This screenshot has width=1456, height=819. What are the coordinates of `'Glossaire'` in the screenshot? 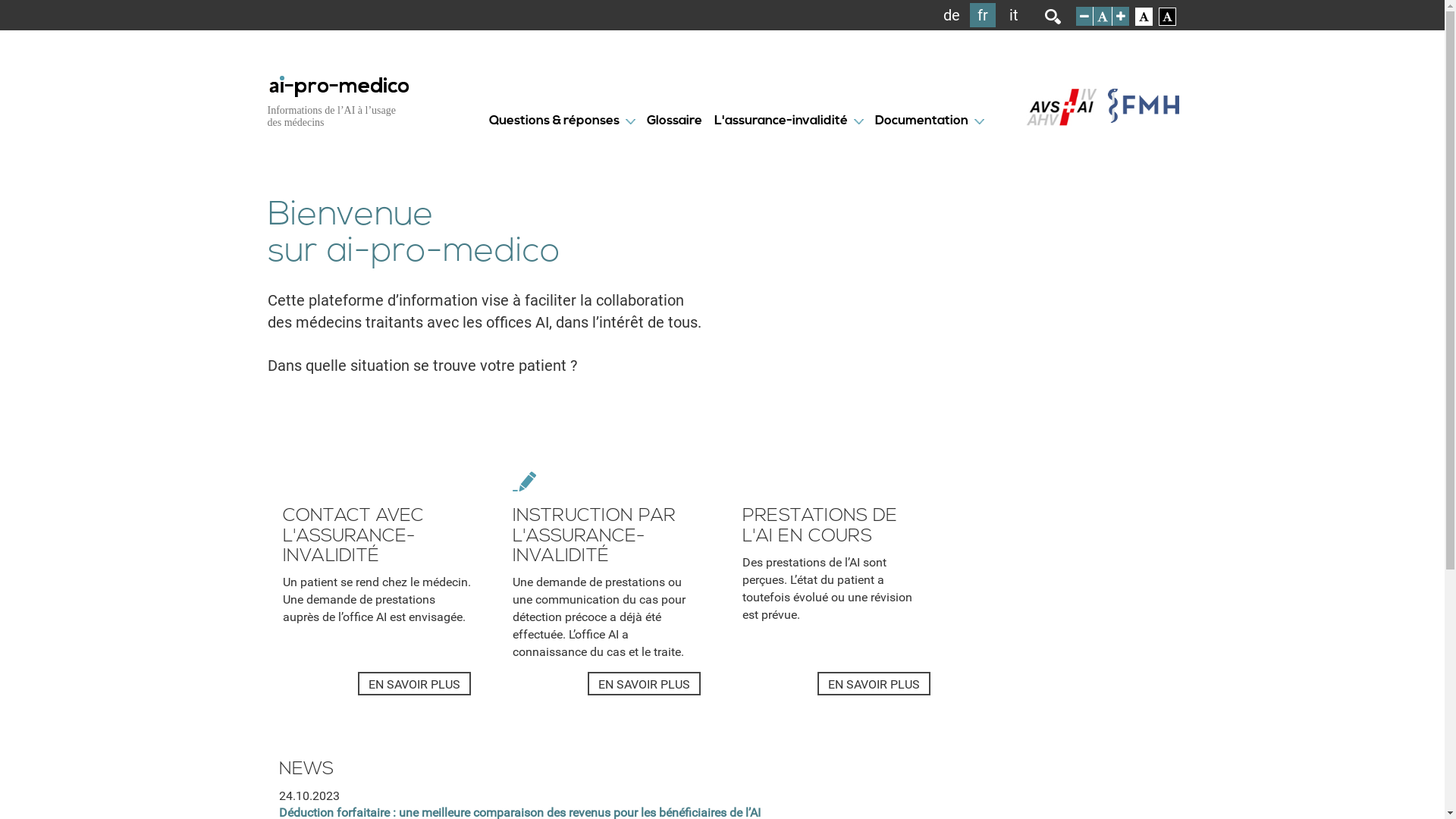 It's located at (673, 120).